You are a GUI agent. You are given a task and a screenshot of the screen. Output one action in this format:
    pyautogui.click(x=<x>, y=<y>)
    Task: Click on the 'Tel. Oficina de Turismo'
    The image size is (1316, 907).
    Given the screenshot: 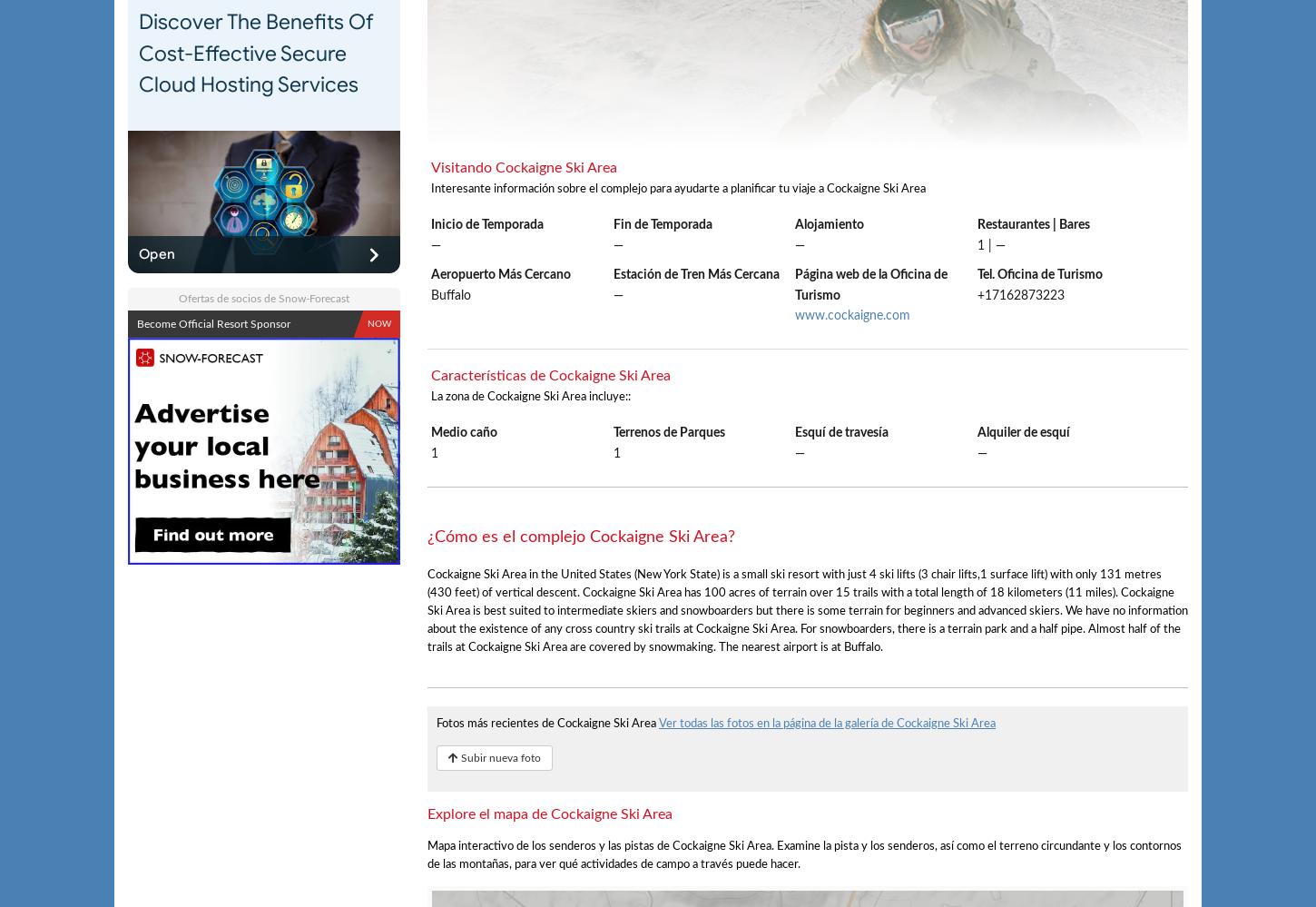 What is the action you would take?
    pyautogui.click(x=1038, y=273)
    